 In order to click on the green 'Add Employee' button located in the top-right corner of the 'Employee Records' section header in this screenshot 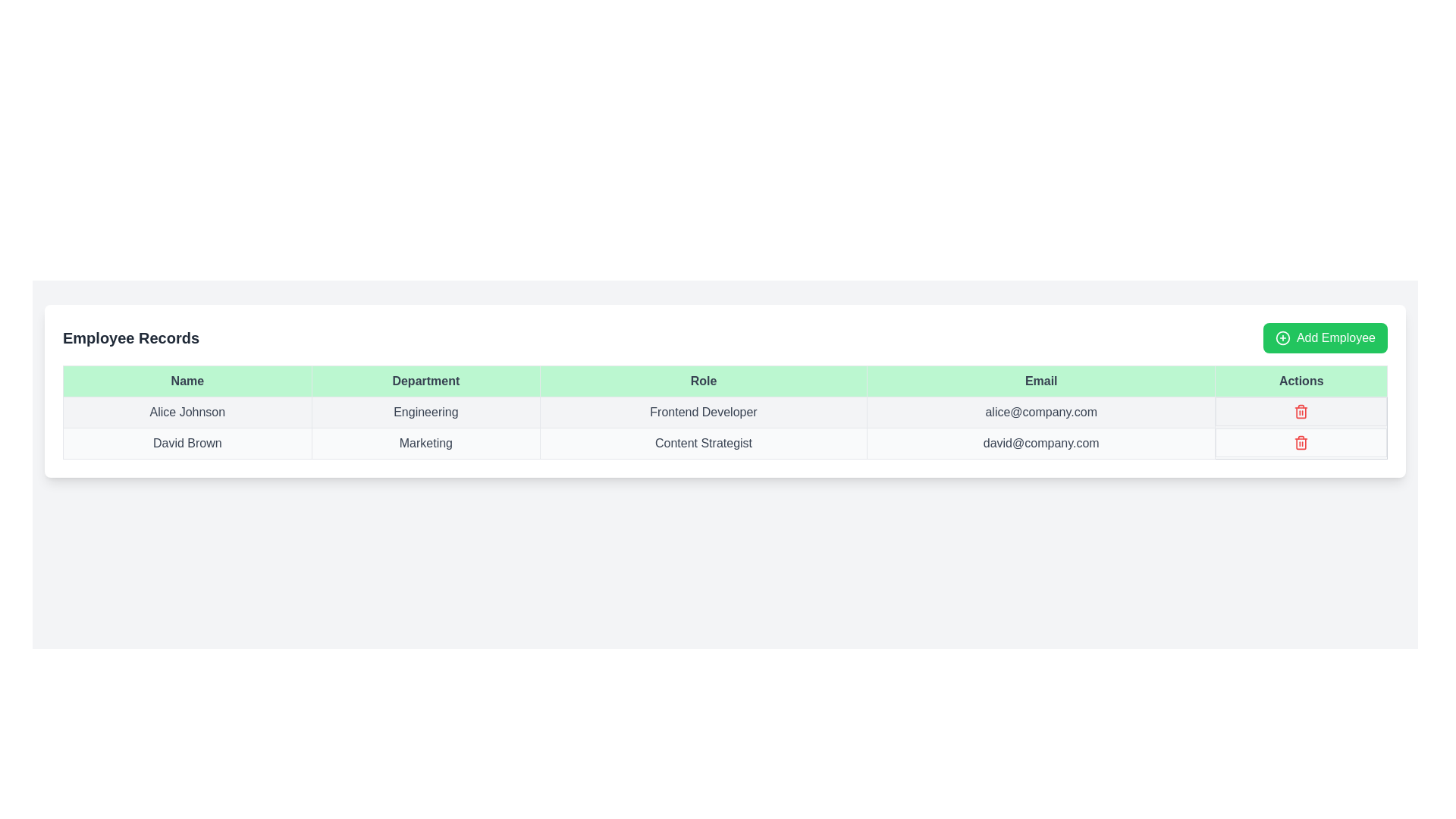, I will do `click(1324, 337)`.